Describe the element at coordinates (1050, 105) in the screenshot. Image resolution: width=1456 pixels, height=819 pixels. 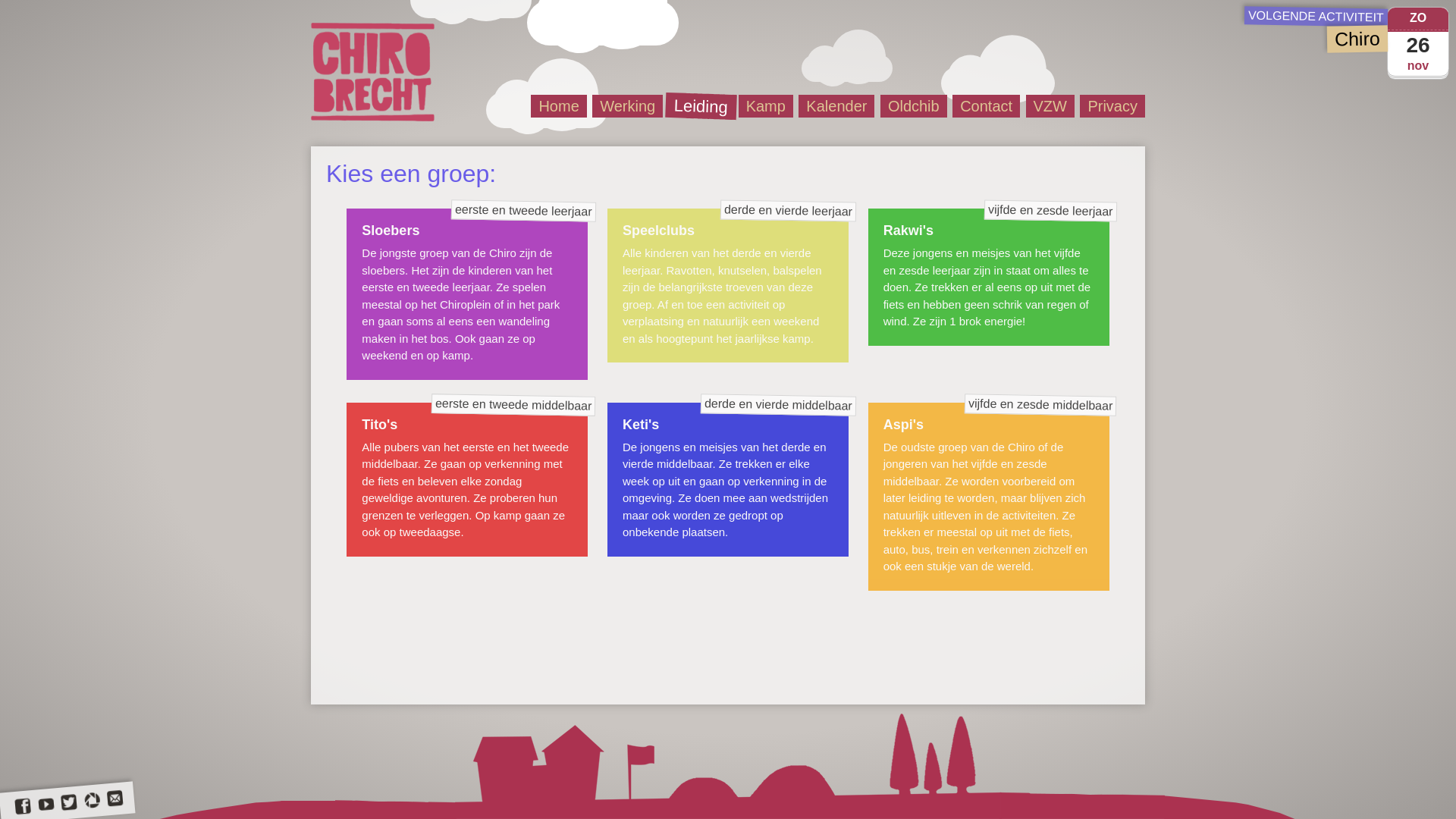
I see `'VZW'` at that location.